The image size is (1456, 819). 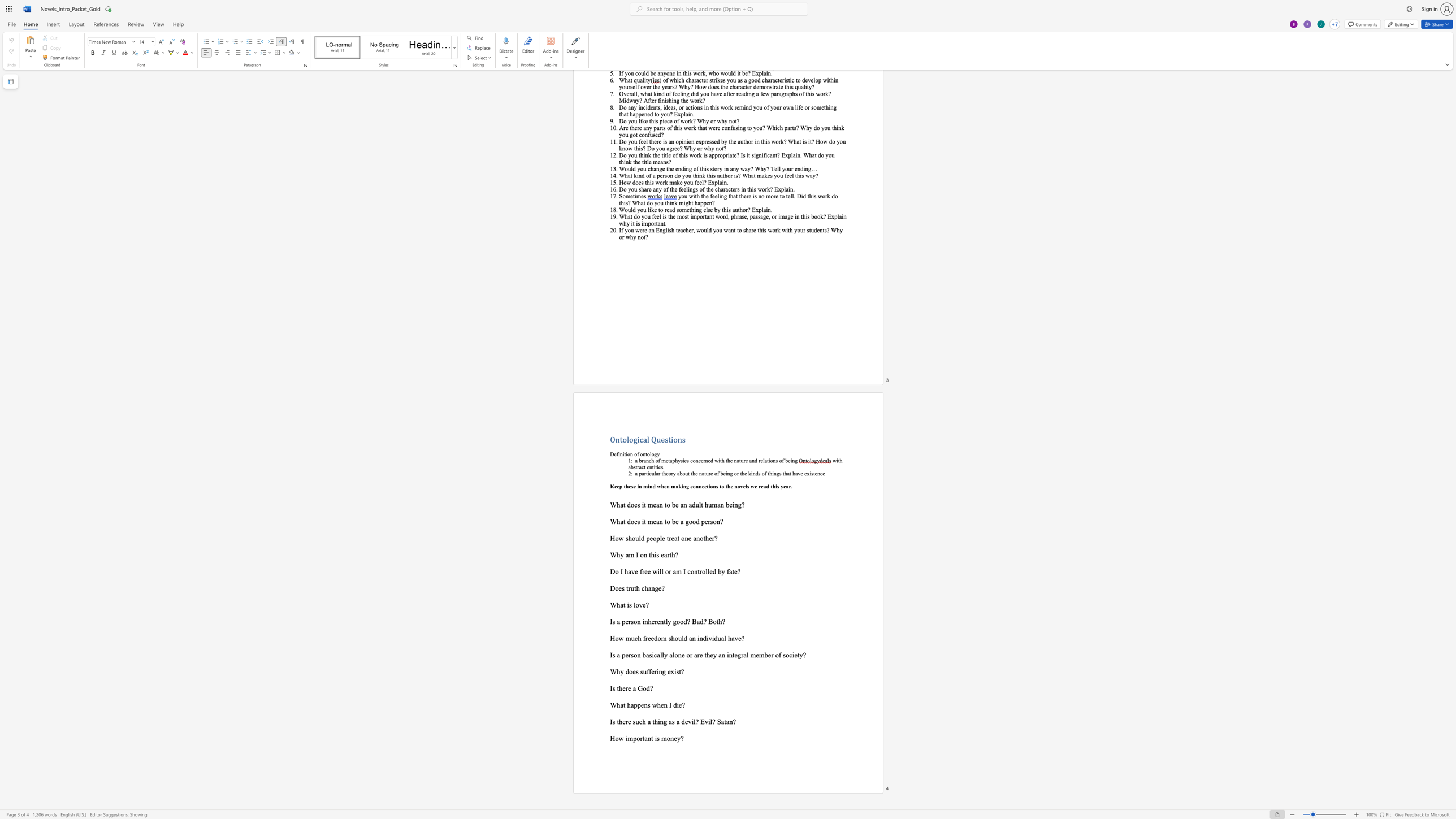 What do you see at coordinates (650, 638) in the screenshot?
I see `the space between the continuous character "e" and "e" in the text` at bounding box center [650, 638].